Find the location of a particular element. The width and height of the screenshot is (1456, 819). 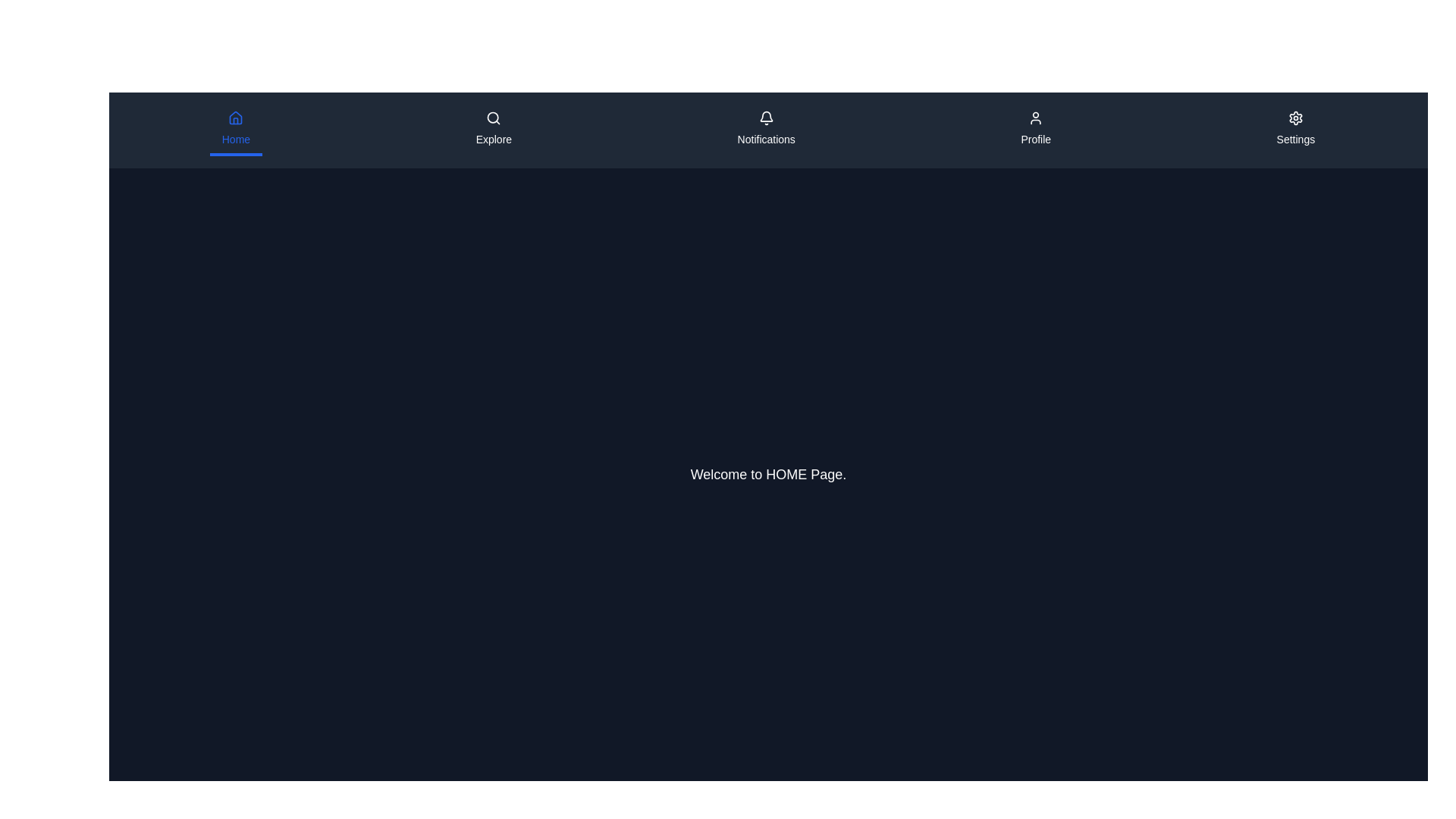

the welcoming message indicating that the user is on the home page of the application, which is centrally positioned in the main content area is located at coordinates (768, 473).